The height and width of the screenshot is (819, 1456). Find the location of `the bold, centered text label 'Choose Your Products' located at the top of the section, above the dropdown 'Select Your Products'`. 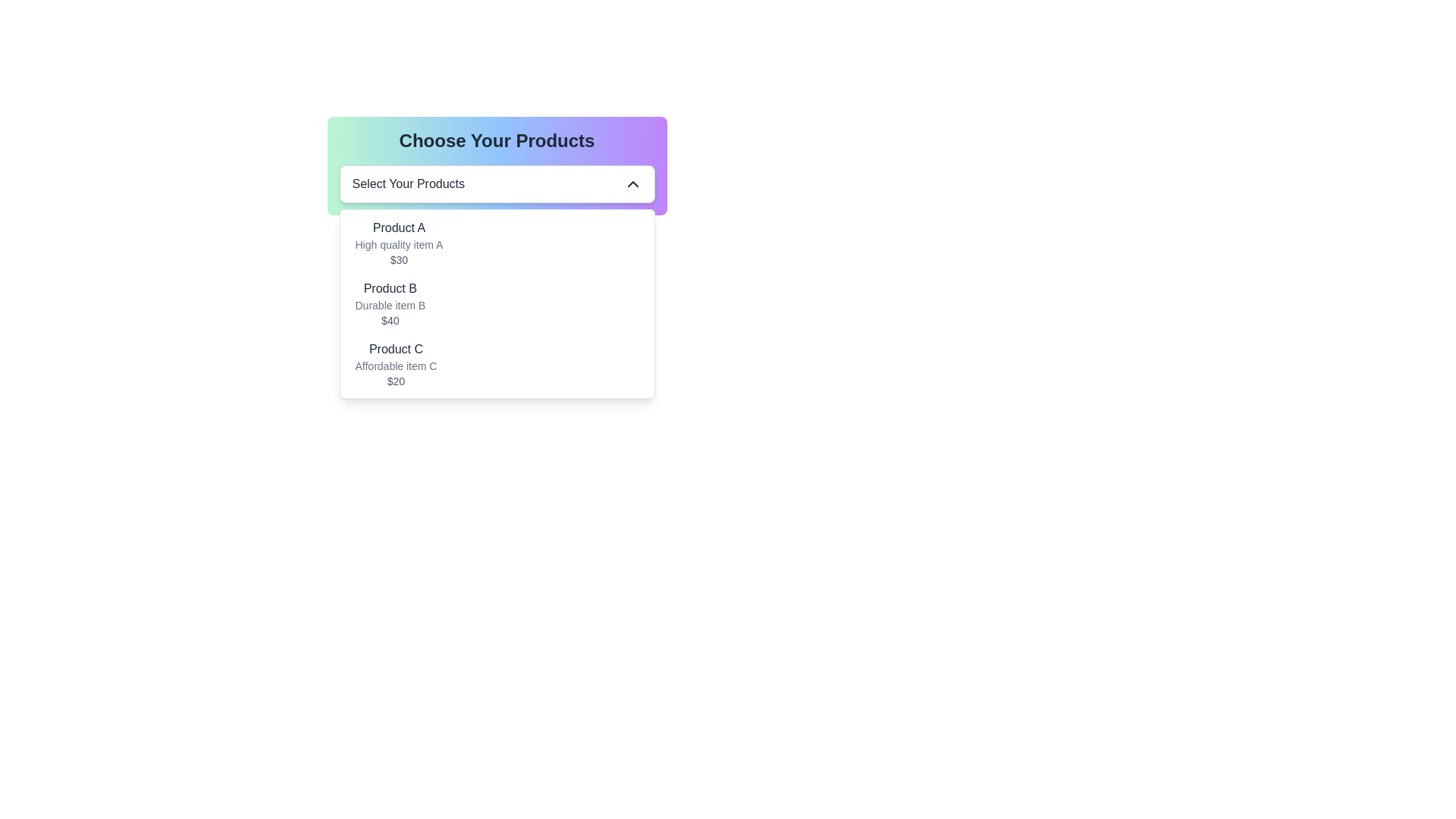

the bold, centered text label 'Choose Your Products' located at the top of the section, above the dropdown 'Select Your Products' is located at coordinates (497, 140).